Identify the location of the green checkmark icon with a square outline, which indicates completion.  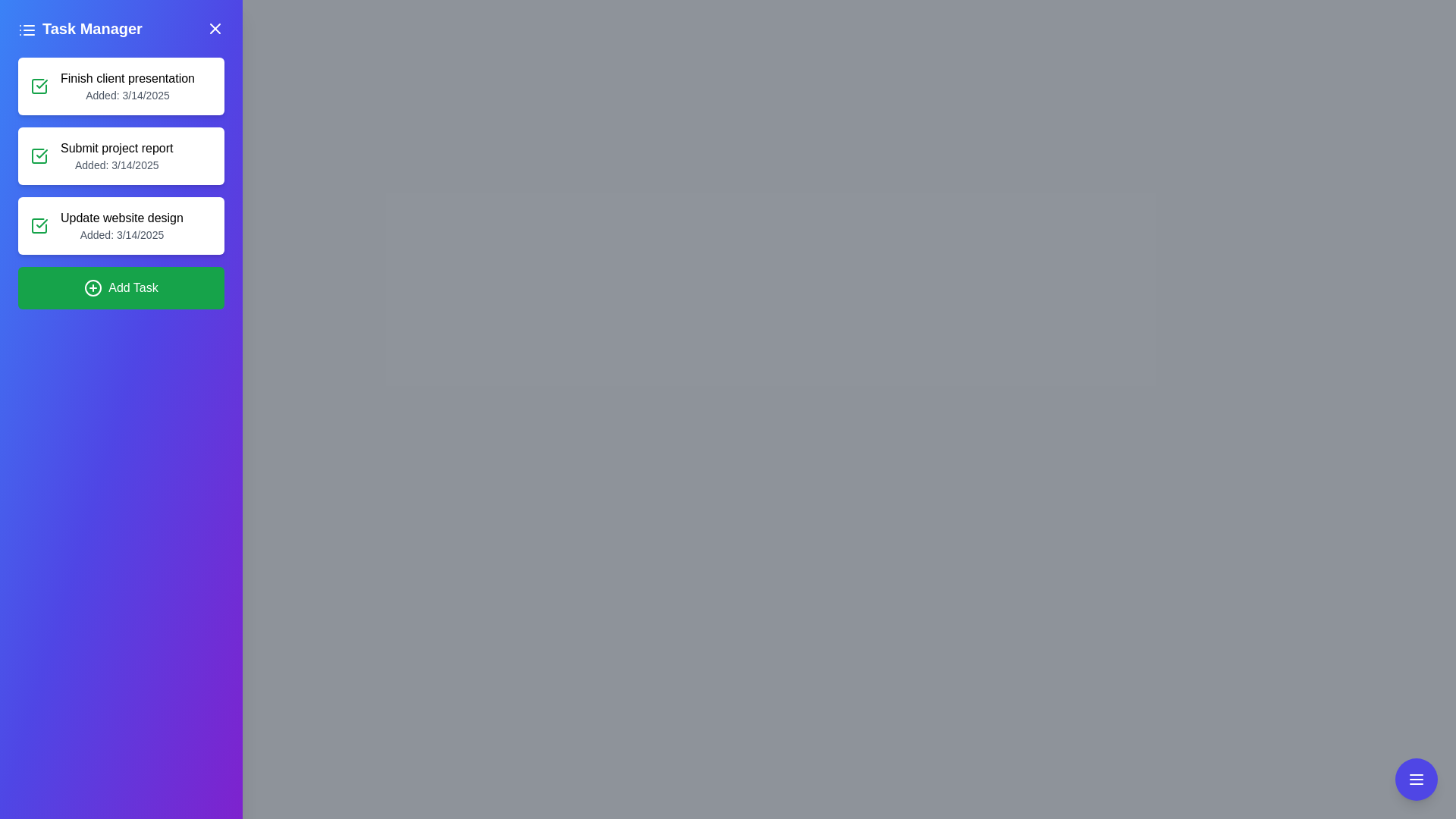
(39, 225).